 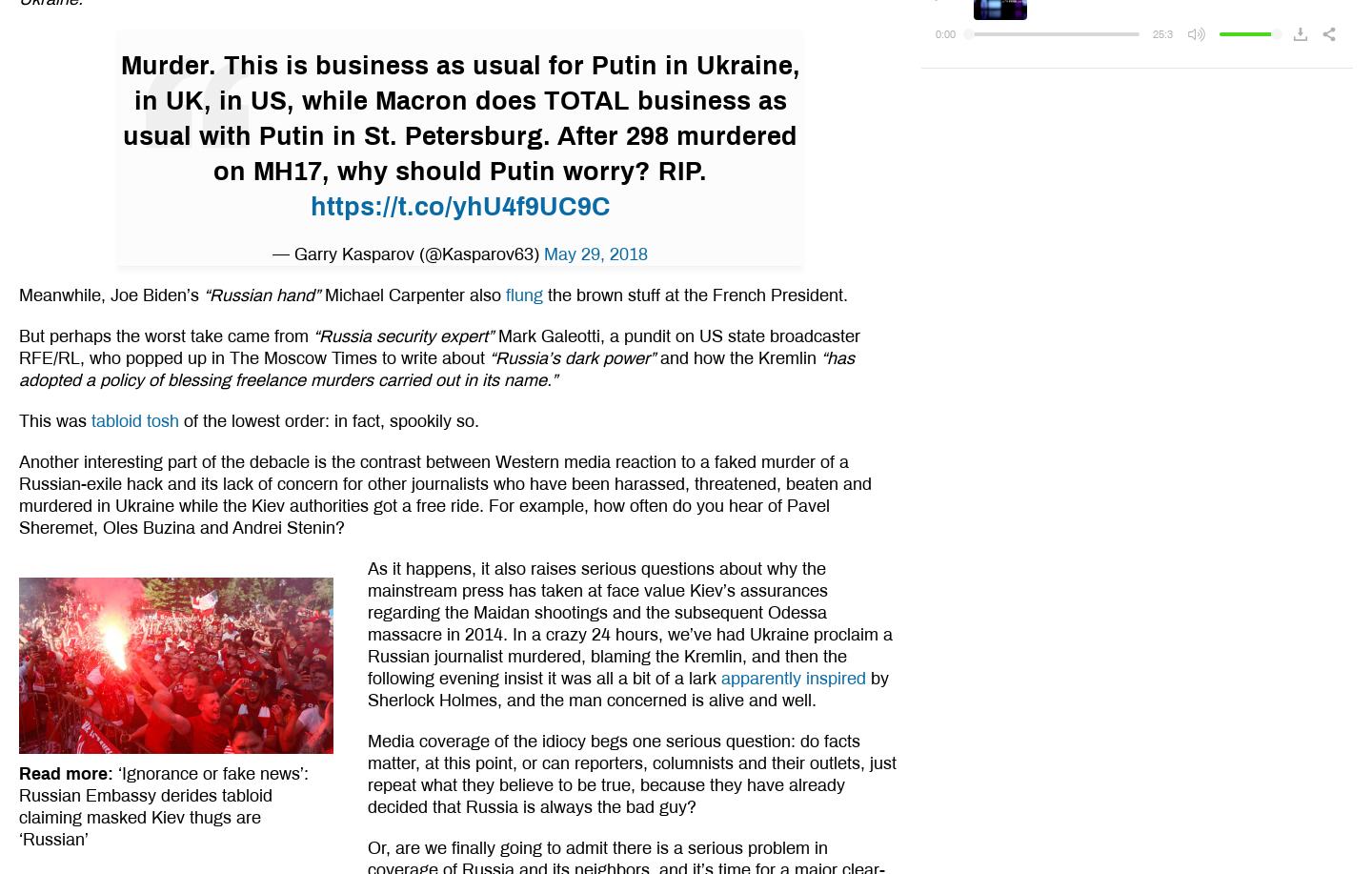 I want to click on '“Russia security expert”', so click(x=401, y=335).